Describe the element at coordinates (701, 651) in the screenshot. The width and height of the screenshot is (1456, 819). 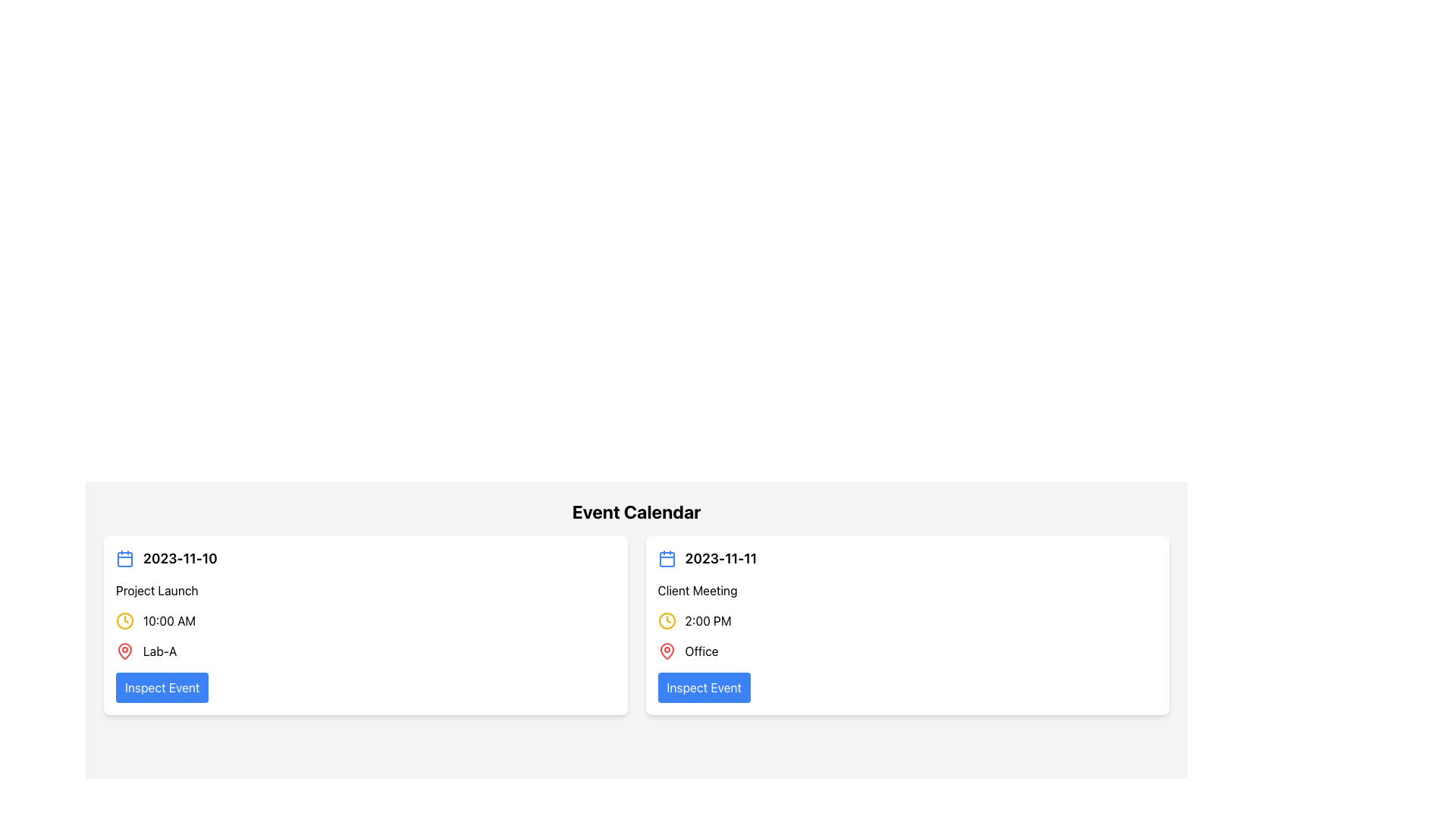
I see `the 'Office' text label located under the '2:00 PM' timestamp in the right-hand event card, which is aligned with a red location pin icon` at that location.